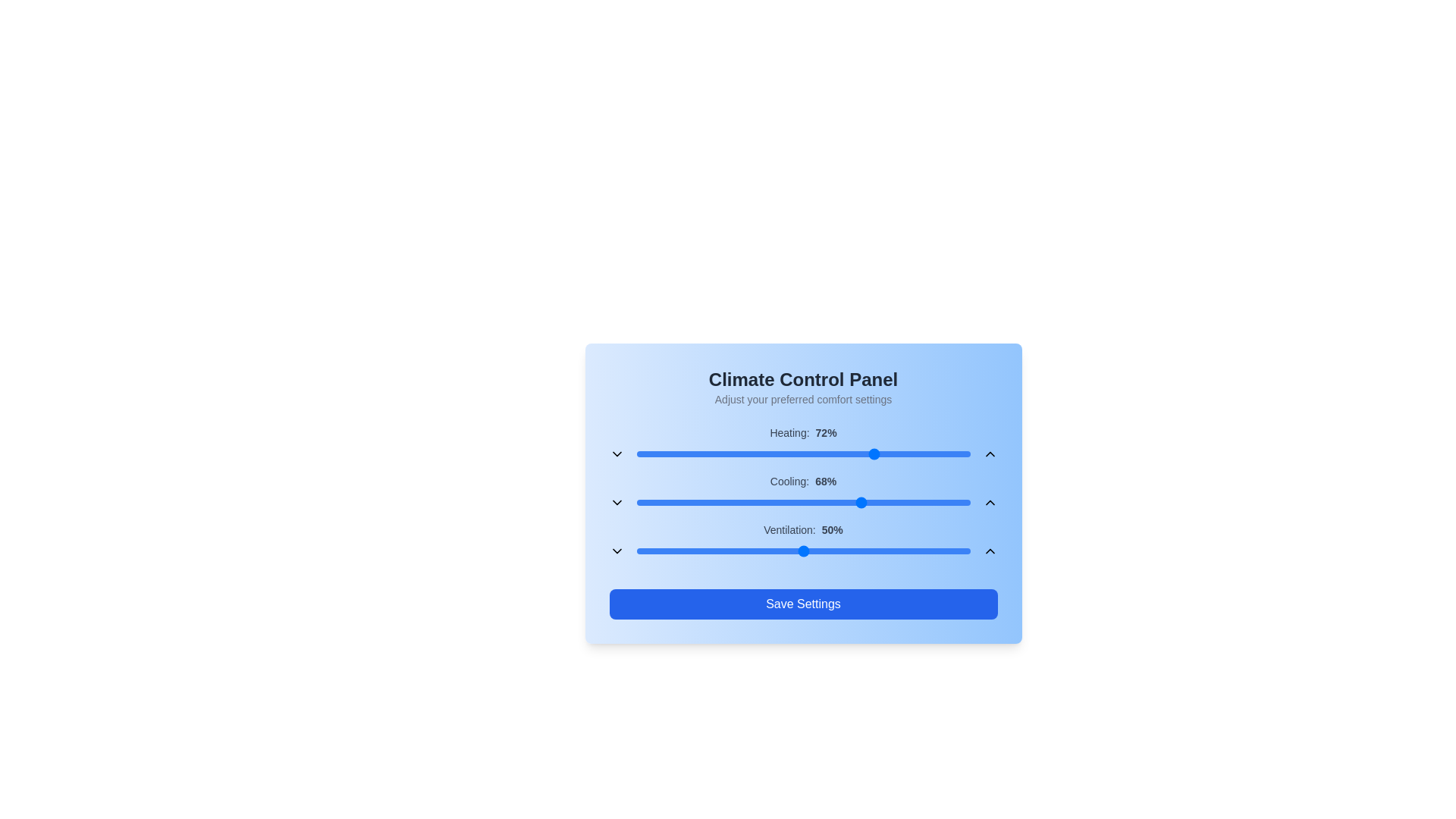 The image size is (1456, 819). Describe the element at coordinates (990, 453) in the screenshot. I see `the up button to adjust the heating setting` at that location.